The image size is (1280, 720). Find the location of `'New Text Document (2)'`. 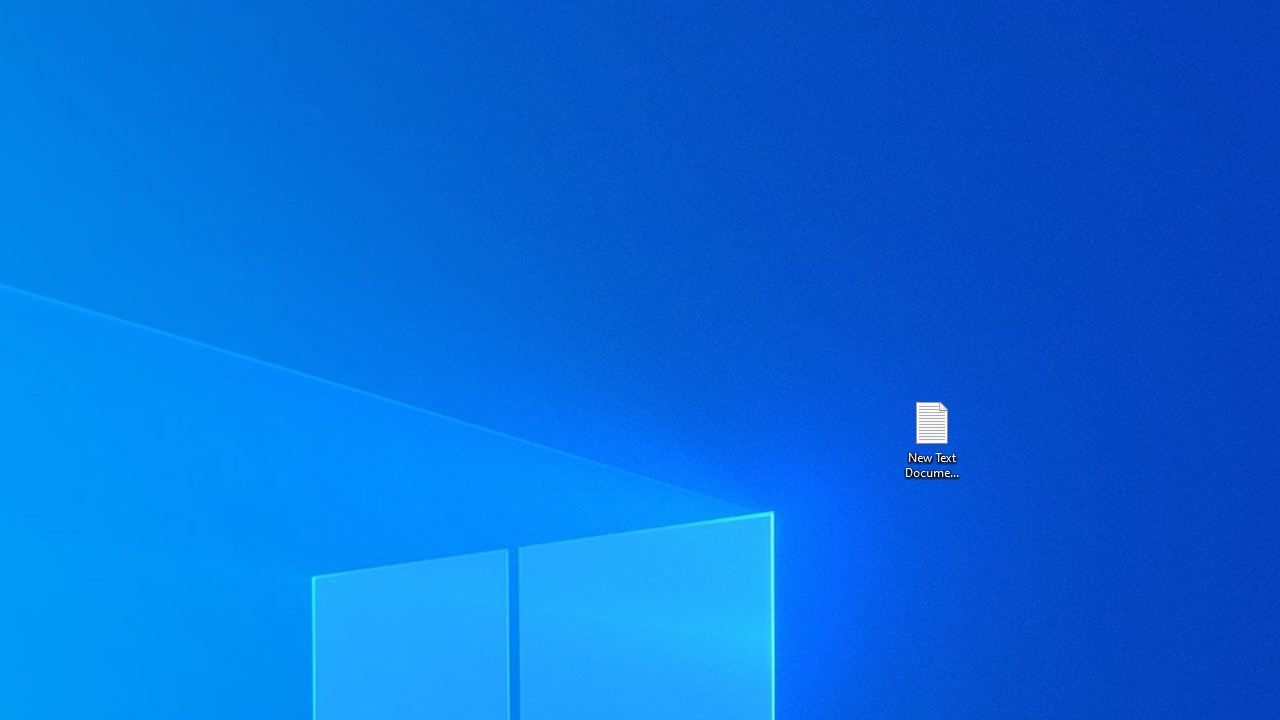

'New Text Document (2)' is located at coordinates (930, 438).